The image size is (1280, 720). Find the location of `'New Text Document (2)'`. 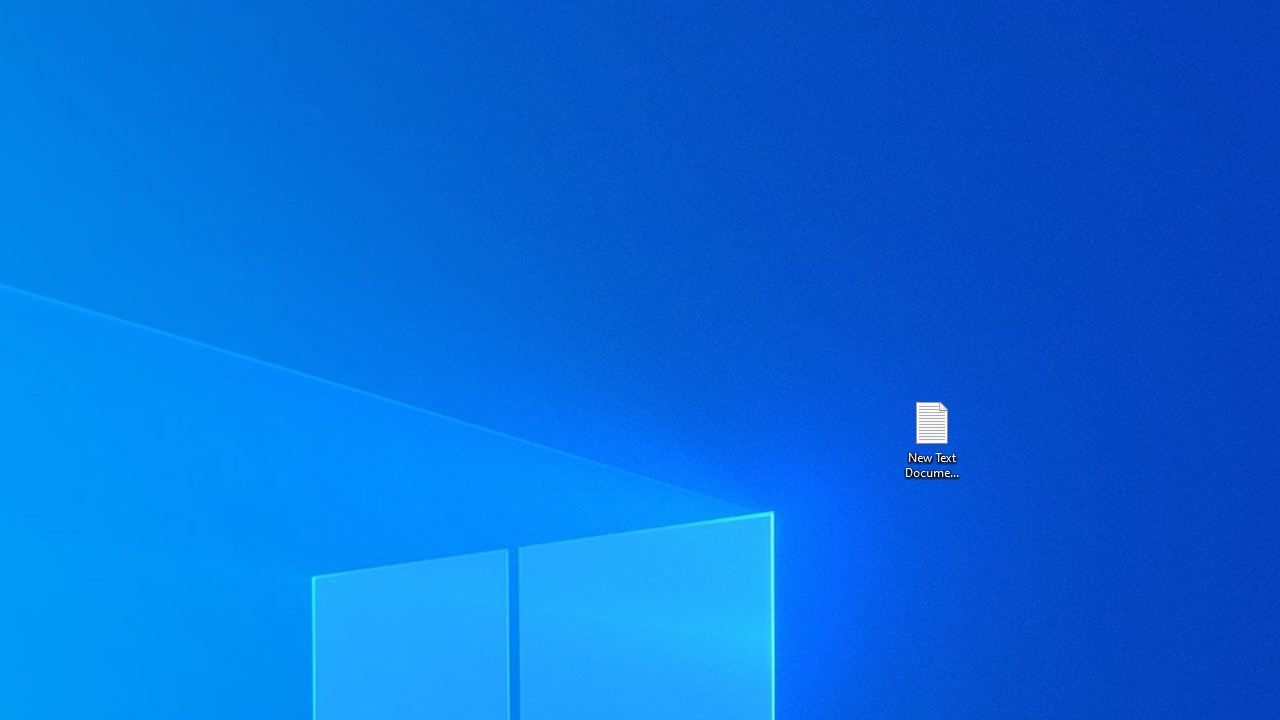

'New Text Document (2)' is located at coordinates (930, 438).